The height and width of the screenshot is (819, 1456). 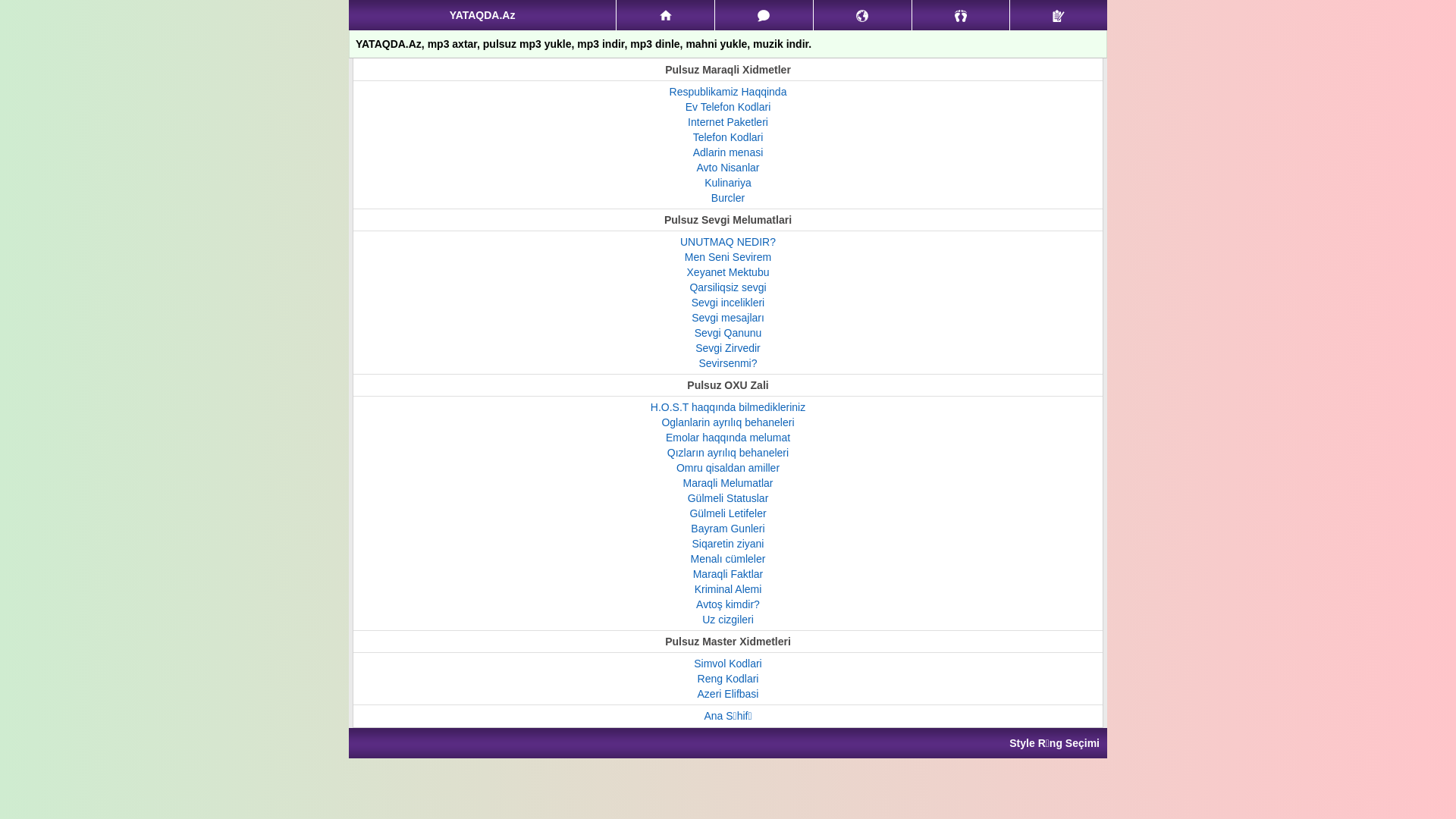 I want to click on 'Adlarin menasi', so click(x=728, y=152).